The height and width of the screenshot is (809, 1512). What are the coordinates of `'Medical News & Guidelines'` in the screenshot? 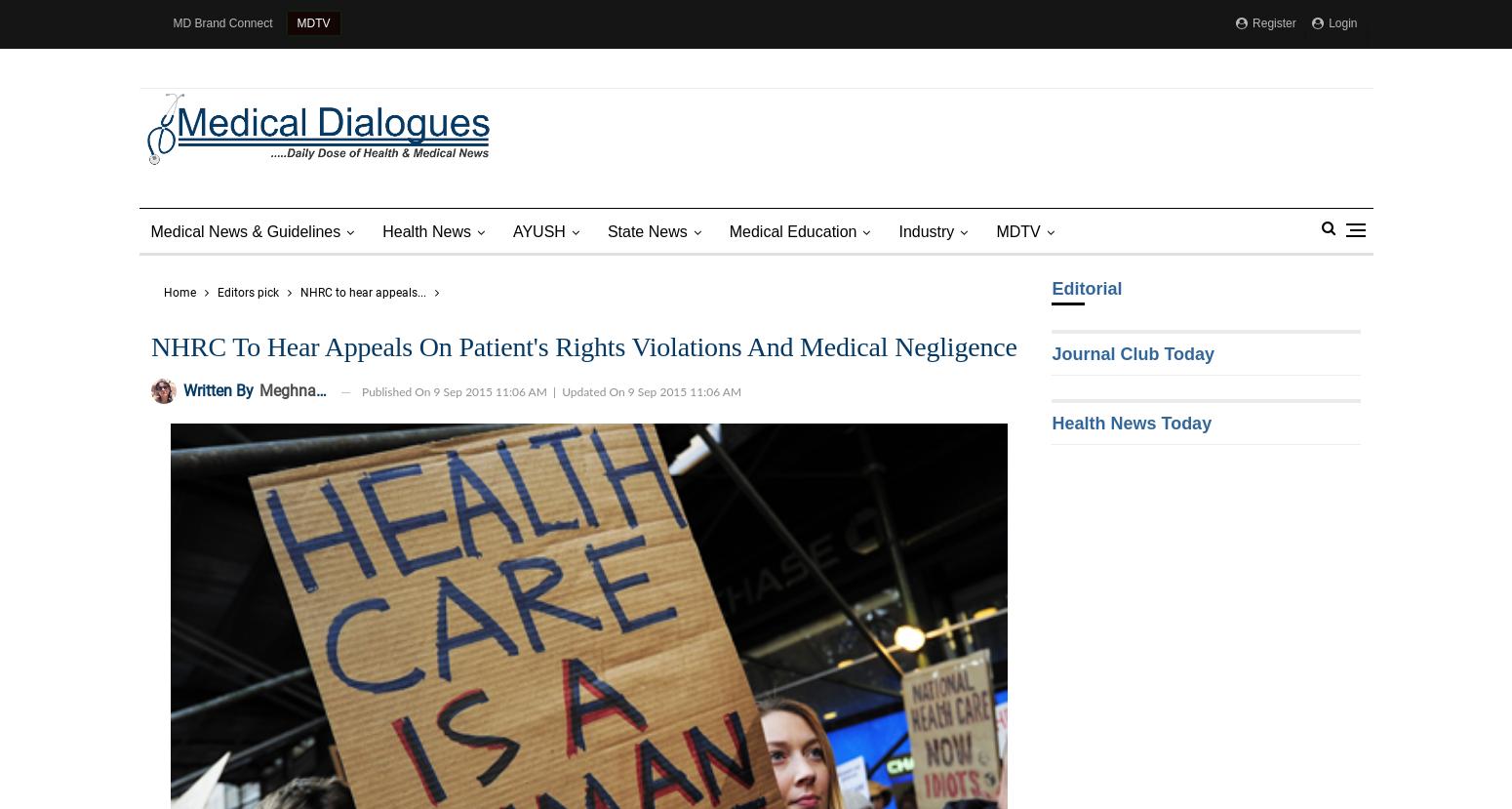 It's located at (245, 230).